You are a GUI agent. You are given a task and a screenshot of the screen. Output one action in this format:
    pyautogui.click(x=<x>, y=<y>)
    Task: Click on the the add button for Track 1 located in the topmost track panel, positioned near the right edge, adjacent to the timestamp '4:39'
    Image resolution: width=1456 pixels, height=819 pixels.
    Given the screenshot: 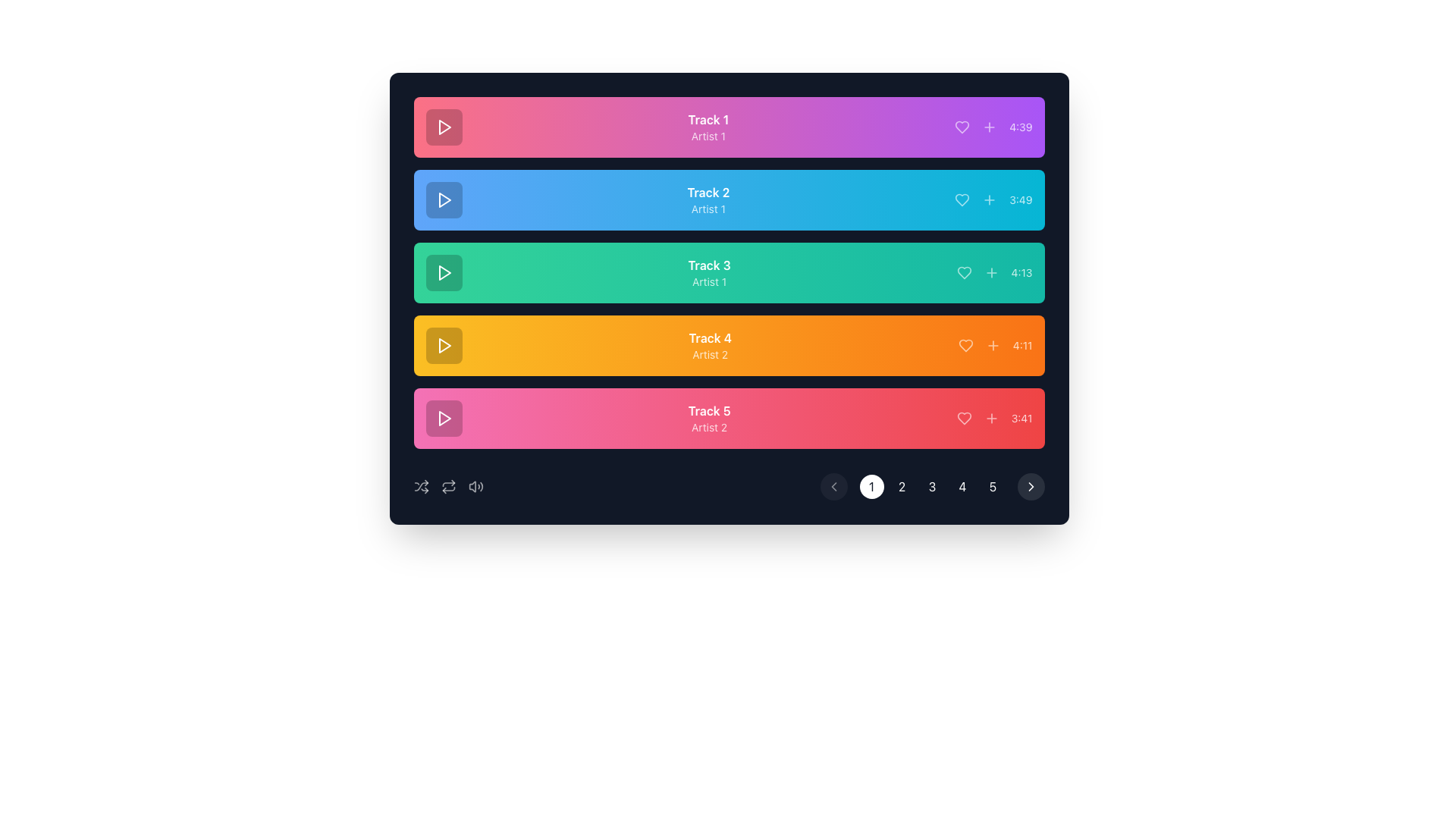 What is the action you would take?
    pyautogui.click(x=990, y=127)
    